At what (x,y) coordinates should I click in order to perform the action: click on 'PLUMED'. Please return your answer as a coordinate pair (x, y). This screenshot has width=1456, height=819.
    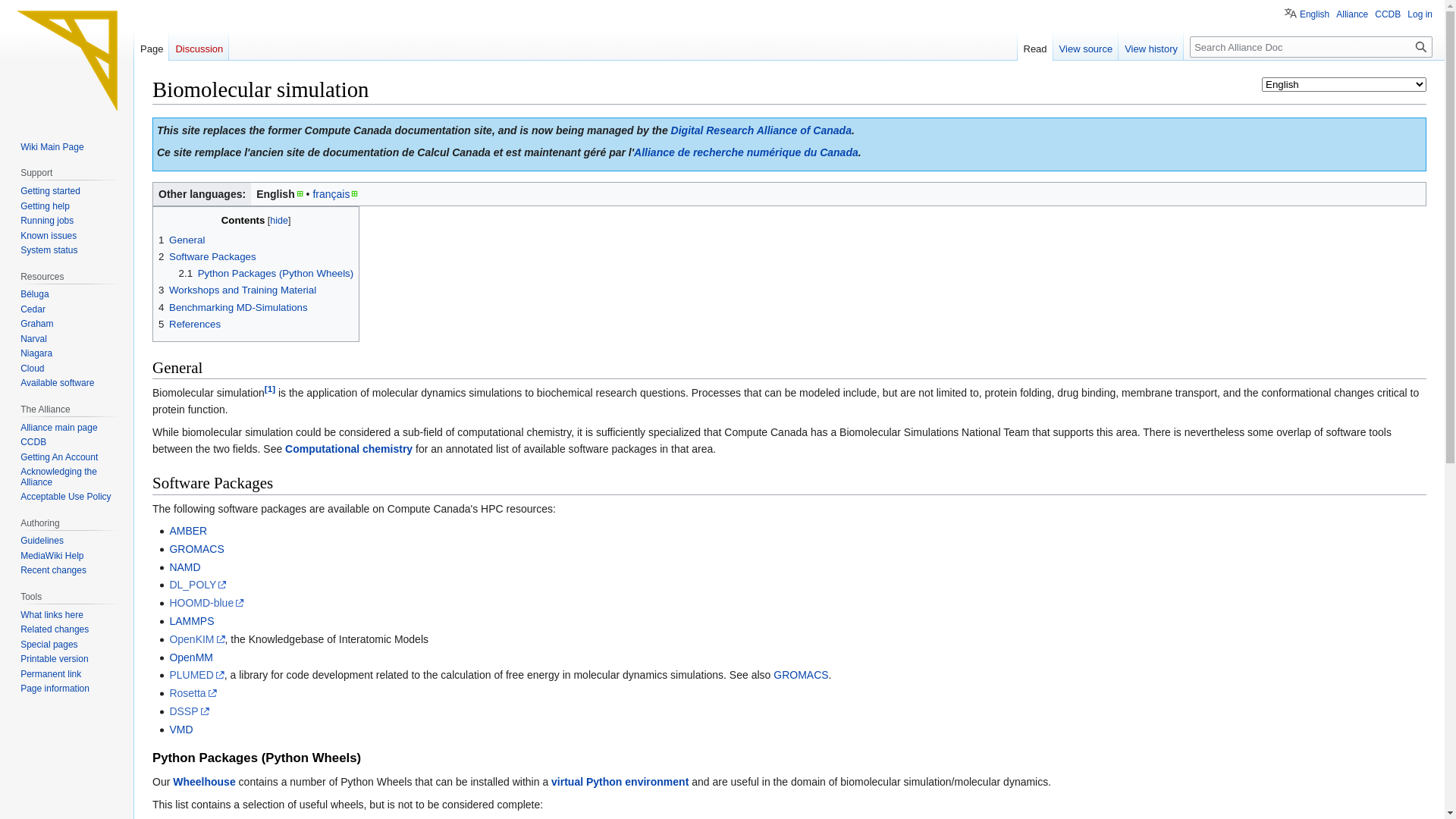
    Looking at the image, I should click on (196, 674).